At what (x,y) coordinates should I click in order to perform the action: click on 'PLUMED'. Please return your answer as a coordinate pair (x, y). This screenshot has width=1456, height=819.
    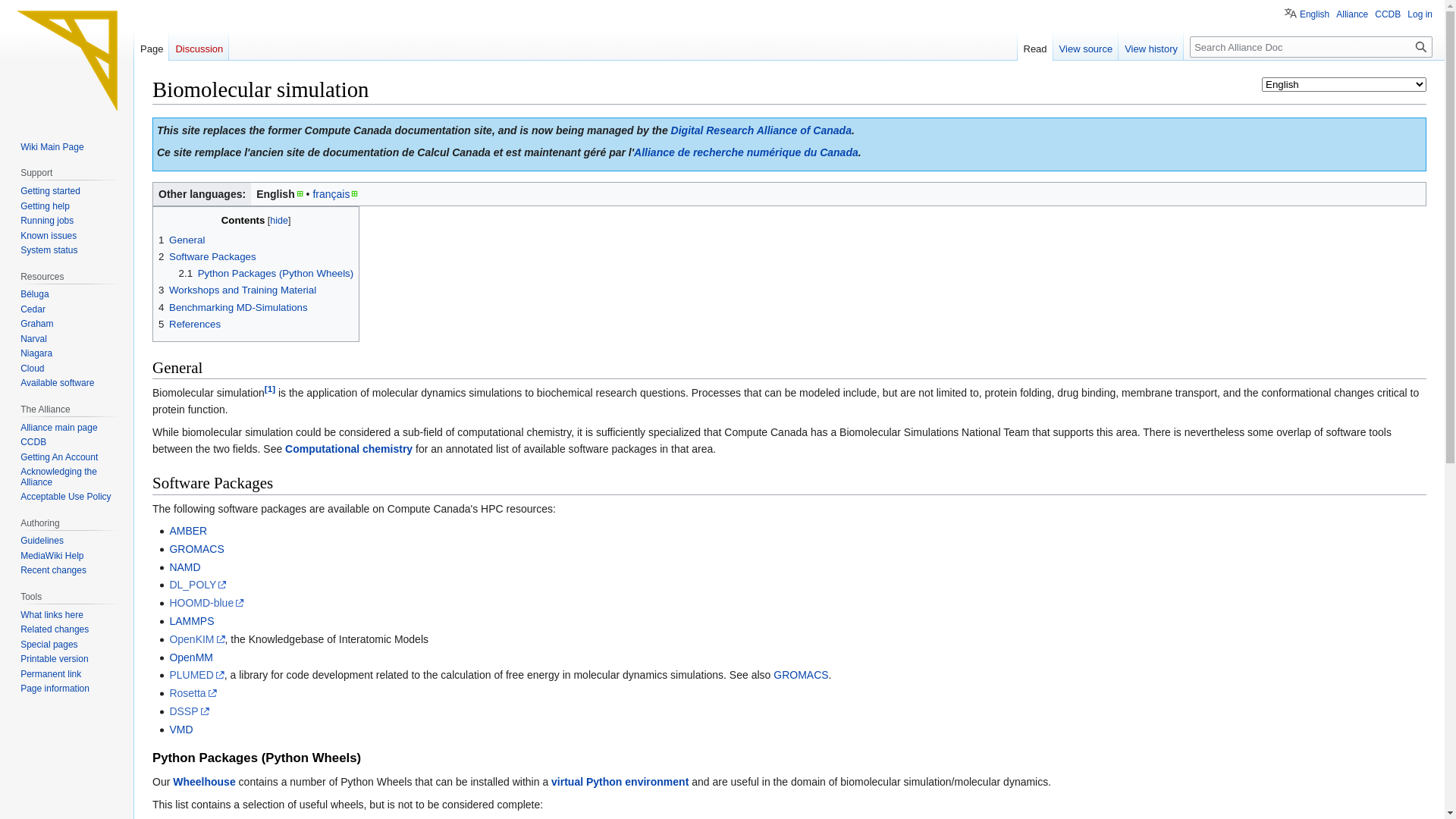
    Looking at the image, I should click on (196, 674).